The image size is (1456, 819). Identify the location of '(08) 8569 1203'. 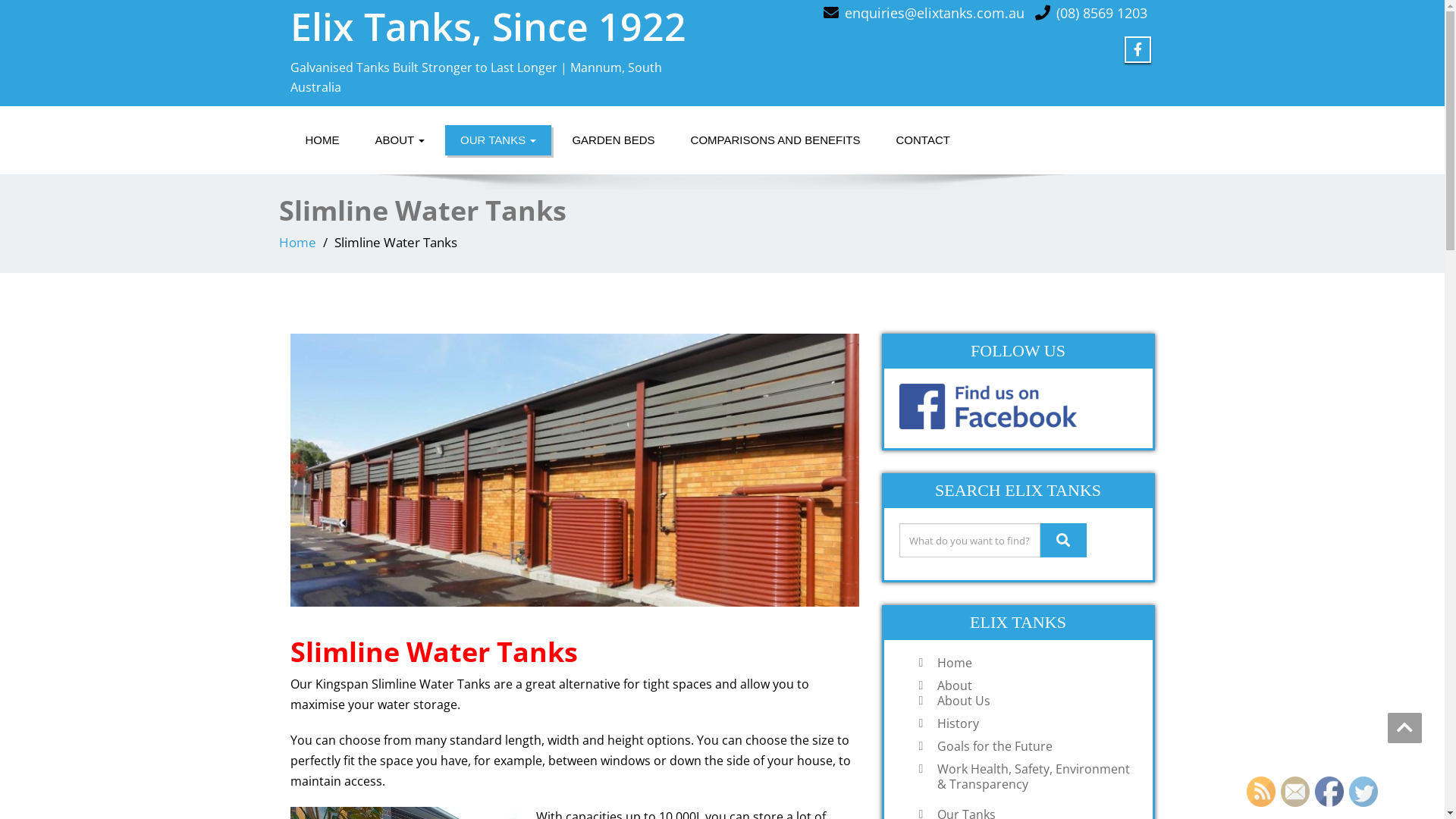
(1100, 12).